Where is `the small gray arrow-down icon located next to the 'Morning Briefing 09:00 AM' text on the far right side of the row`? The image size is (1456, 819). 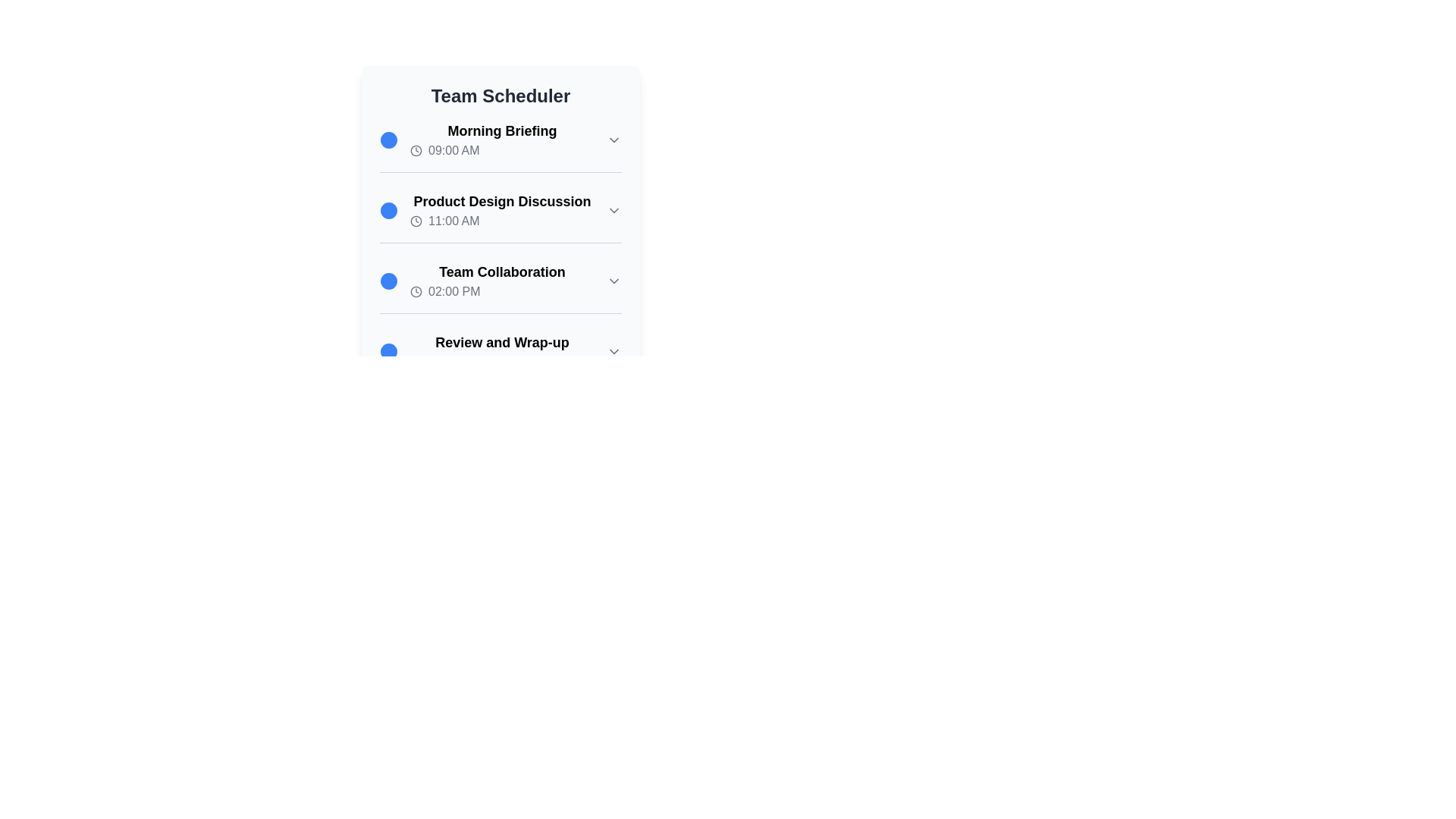 the small gray arrow-down icon located next to the 'Morning Briefing 09:00 AM' text on the far right side of the row is located at coordinates (614, 140).